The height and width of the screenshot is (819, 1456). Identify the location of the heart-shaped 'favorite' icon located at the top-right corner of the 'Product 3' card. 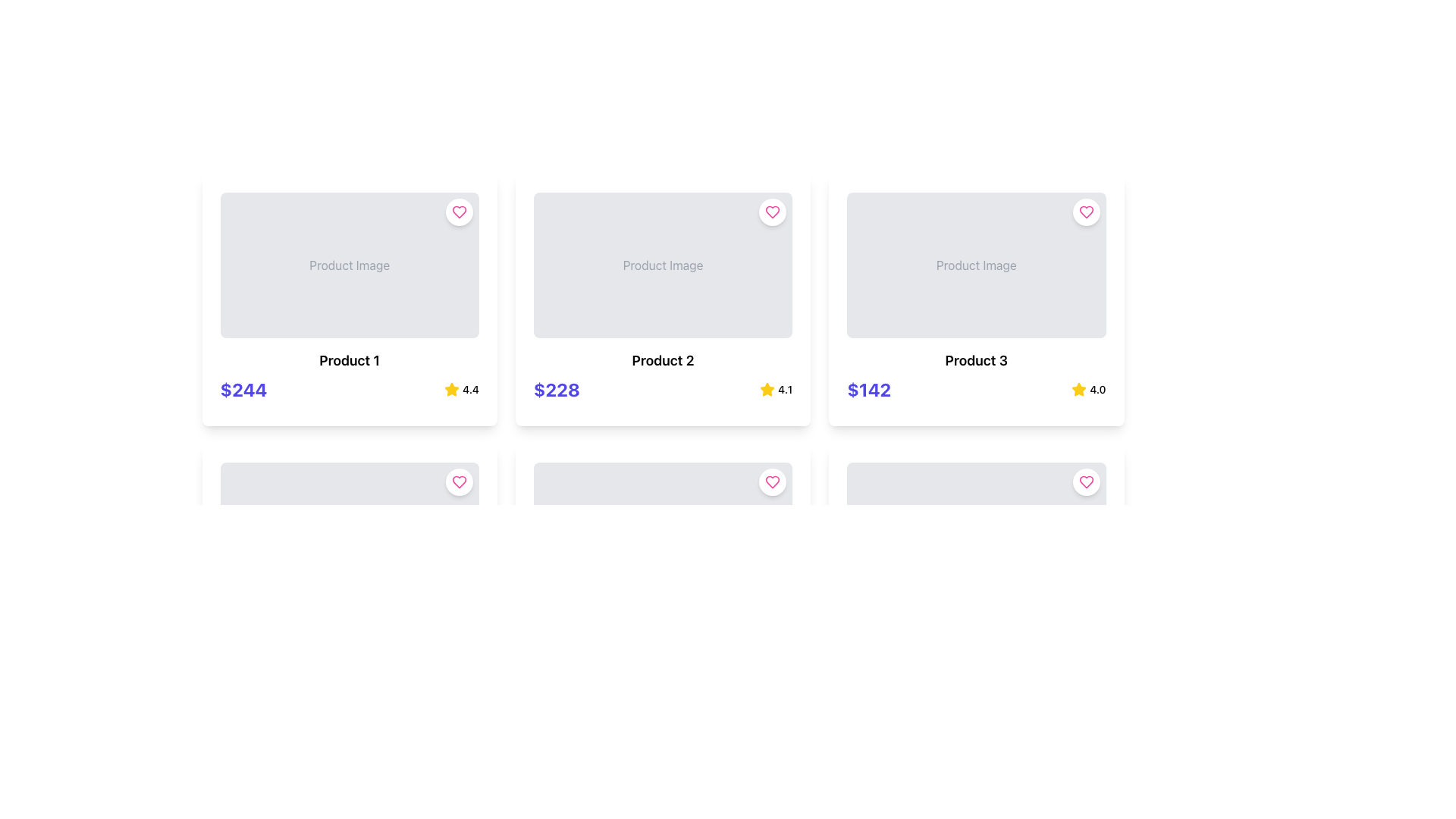
(1085, 212).